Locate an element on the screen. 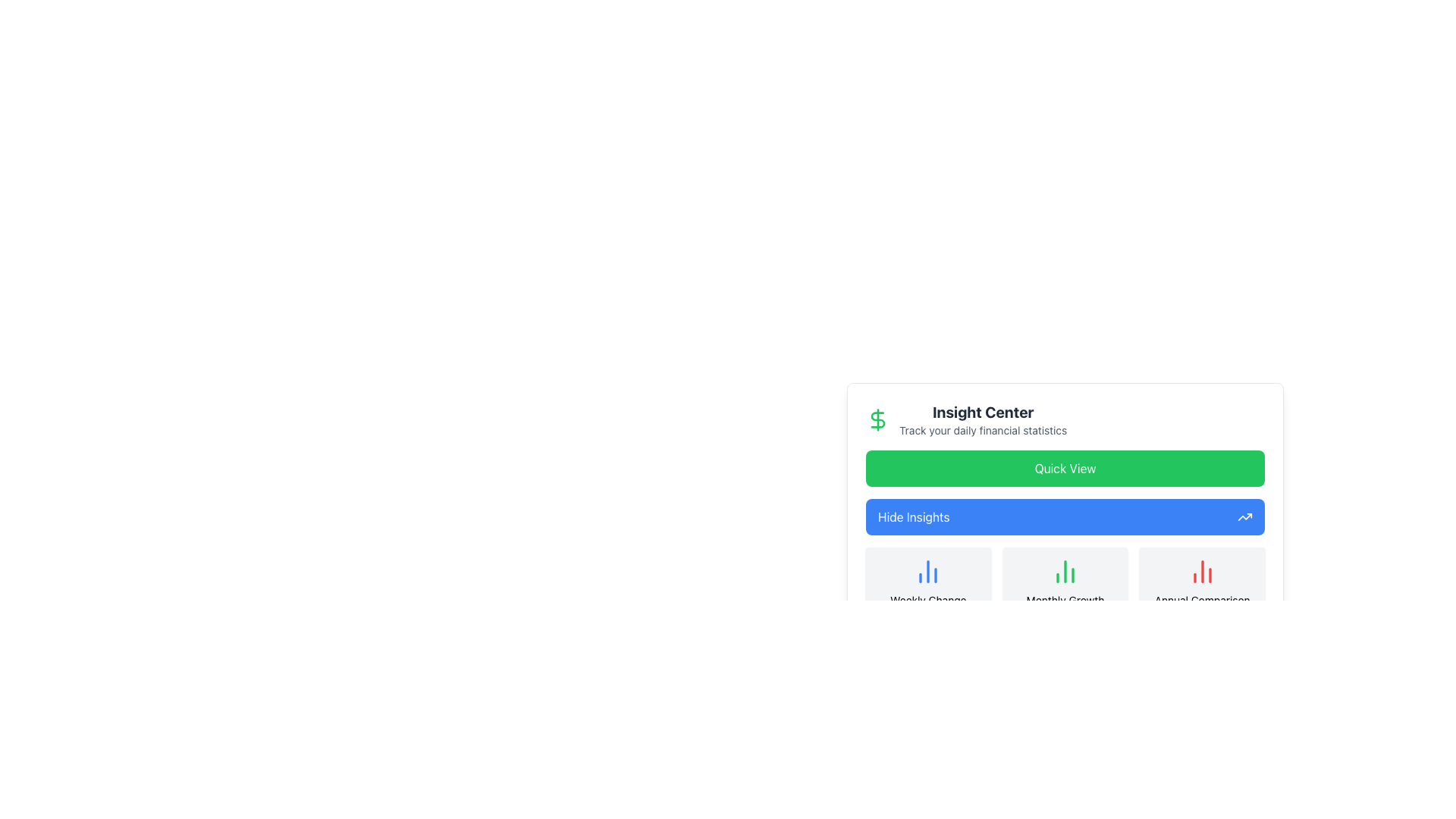  the Text Display element that shows 'Insight Center' and 'Track your daily financial statistics' for reading is located at coordinates (983, 420).